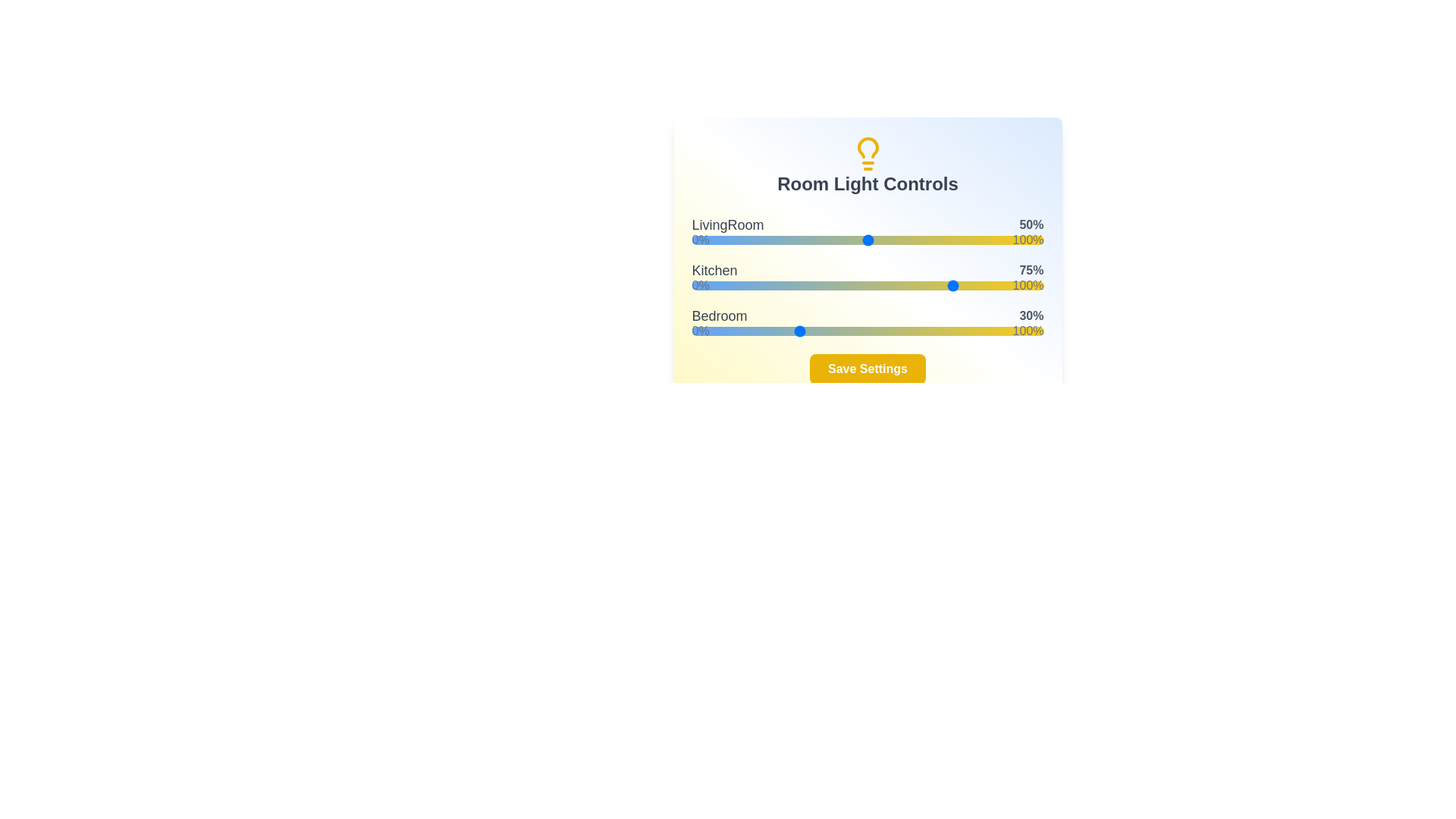 The image size is (1456, 819). Describe the element at coordinates (868, 154) in the screenshot. I see `the lightbulb icon in the header section` at that location.